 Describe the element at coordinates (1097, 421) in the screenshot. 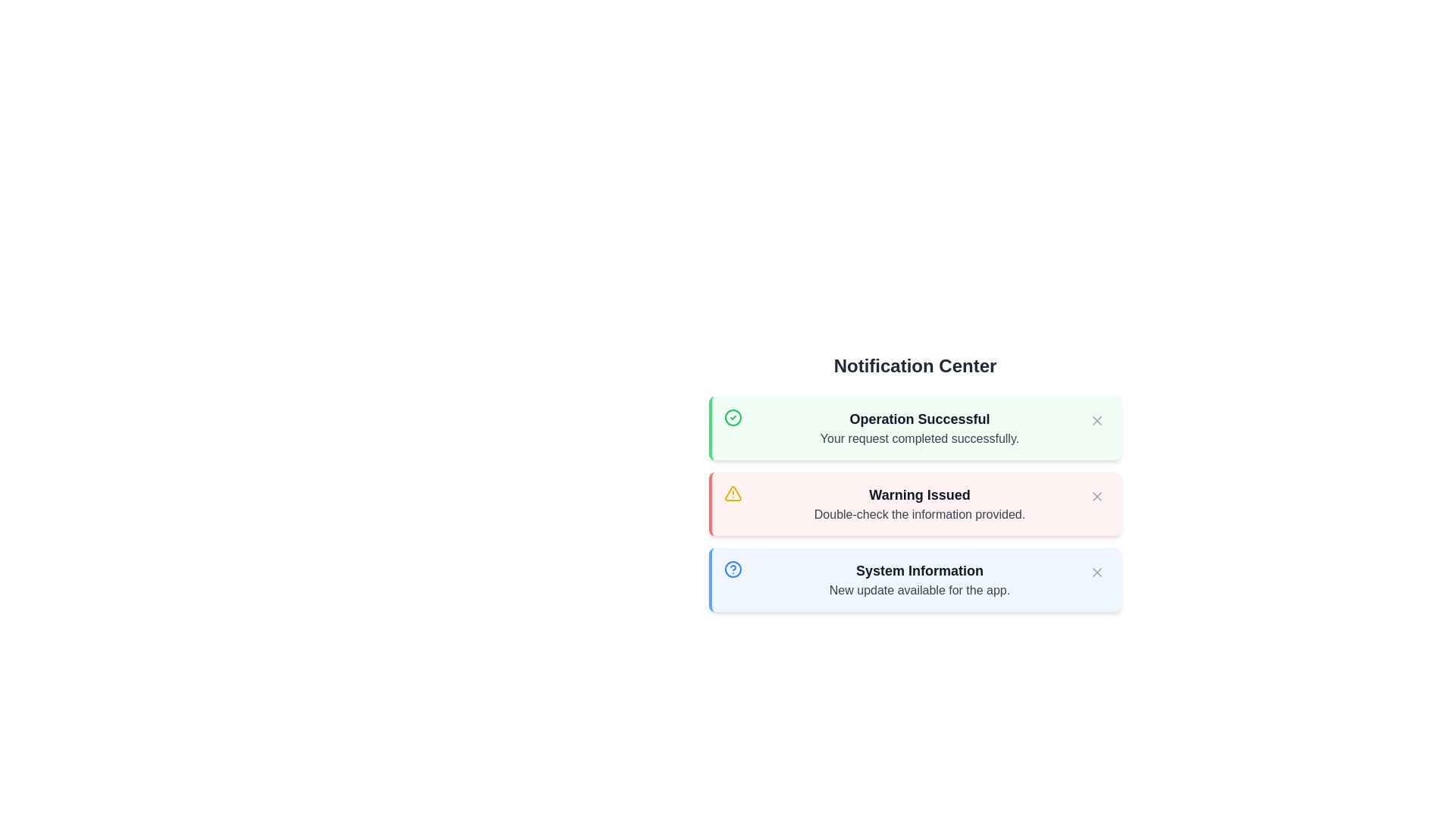

I see `the circular button with an 'X' icon that is positioned at the top-right corner of the green notification box labeled 'Operation Successful' to observe a color change` at that location.